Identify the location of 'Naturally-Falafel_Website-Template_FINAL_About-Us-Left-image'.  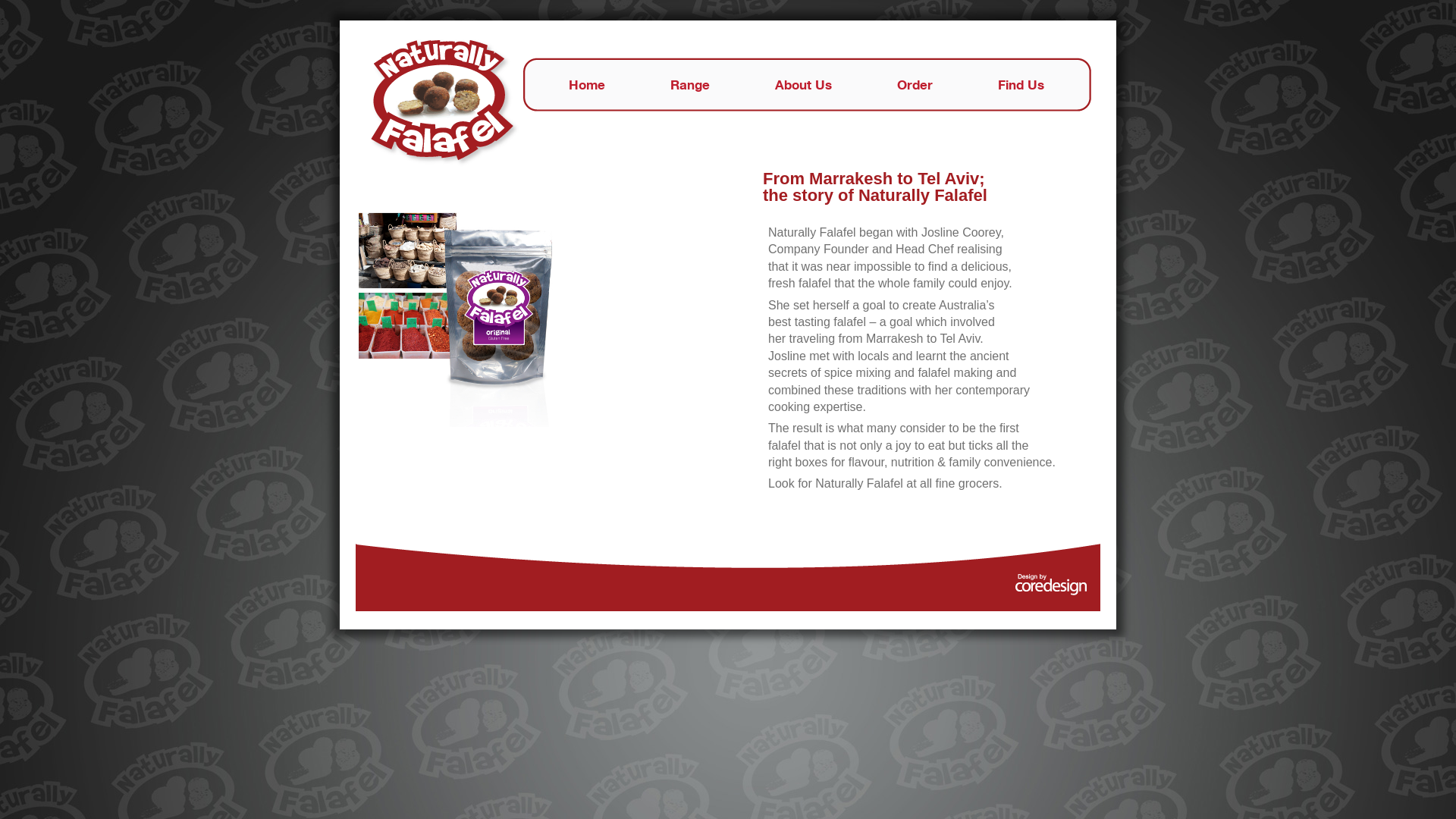
(457, 317).